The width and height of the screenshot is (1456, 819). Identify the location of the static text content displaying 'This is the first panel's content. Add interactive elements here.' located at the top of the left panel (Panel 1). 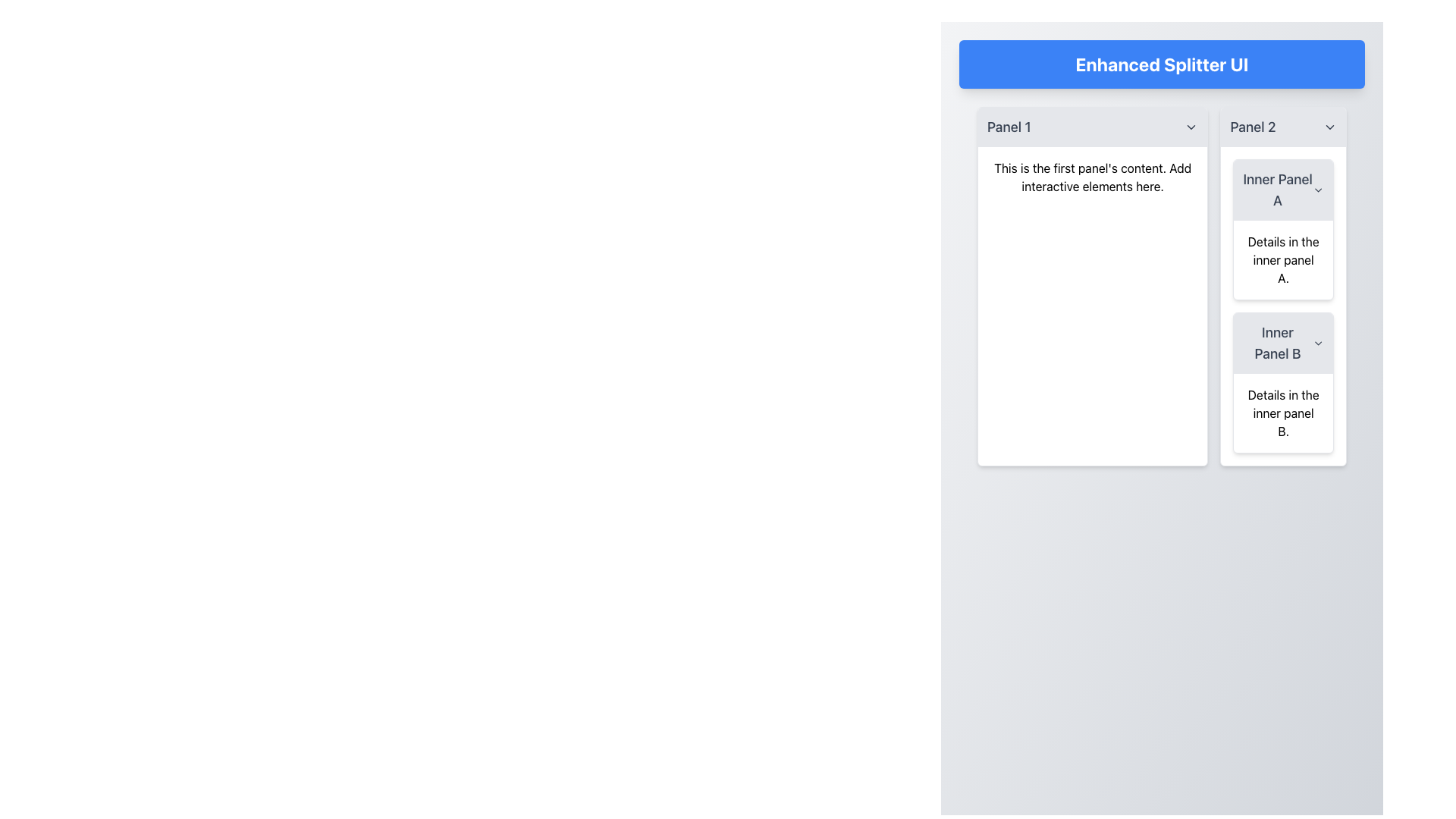
(1093, 177).